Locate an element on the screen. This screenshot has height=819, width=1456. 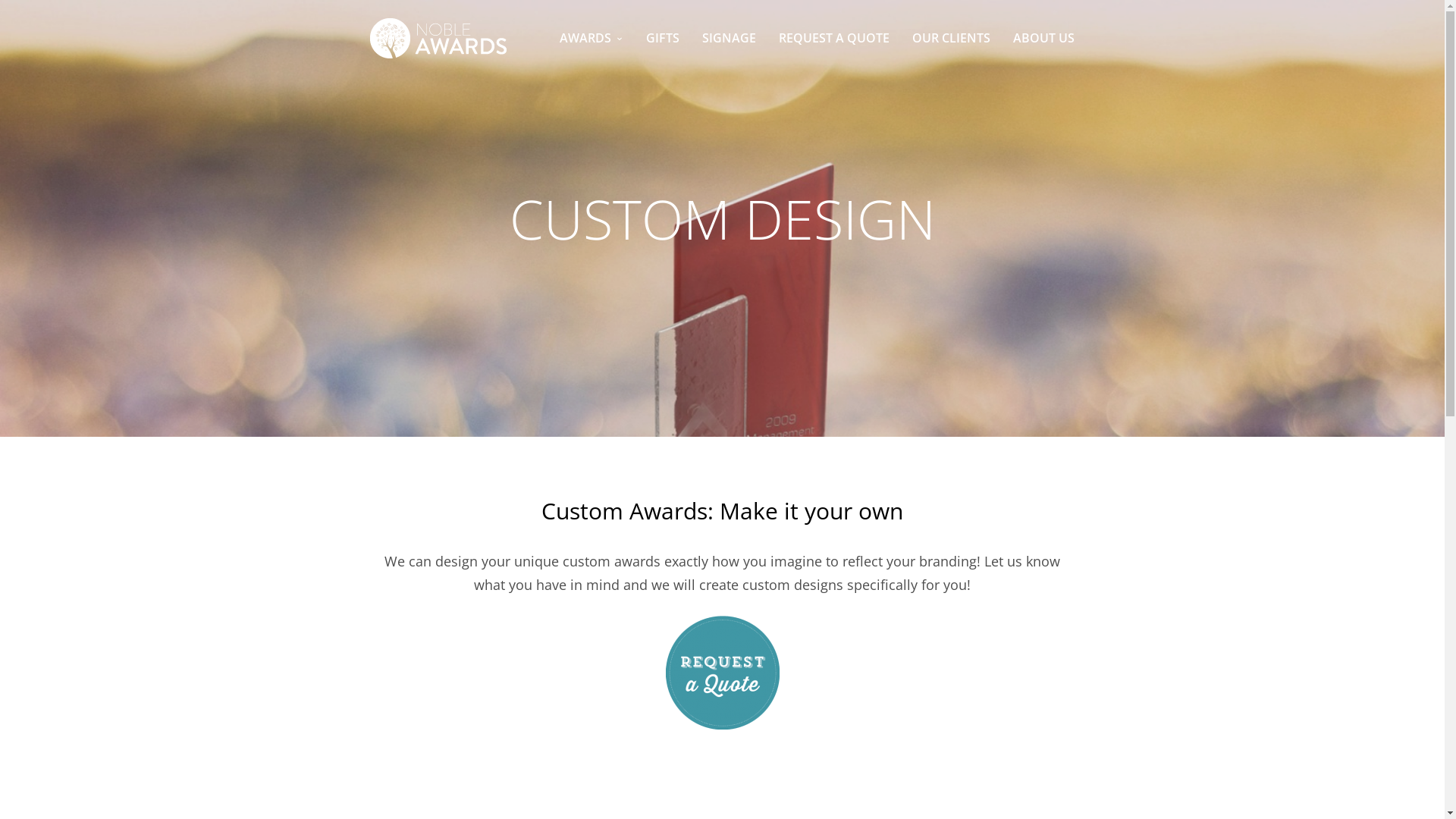
'REQUEST A QUOTE' is located at coordinates (833, 37).